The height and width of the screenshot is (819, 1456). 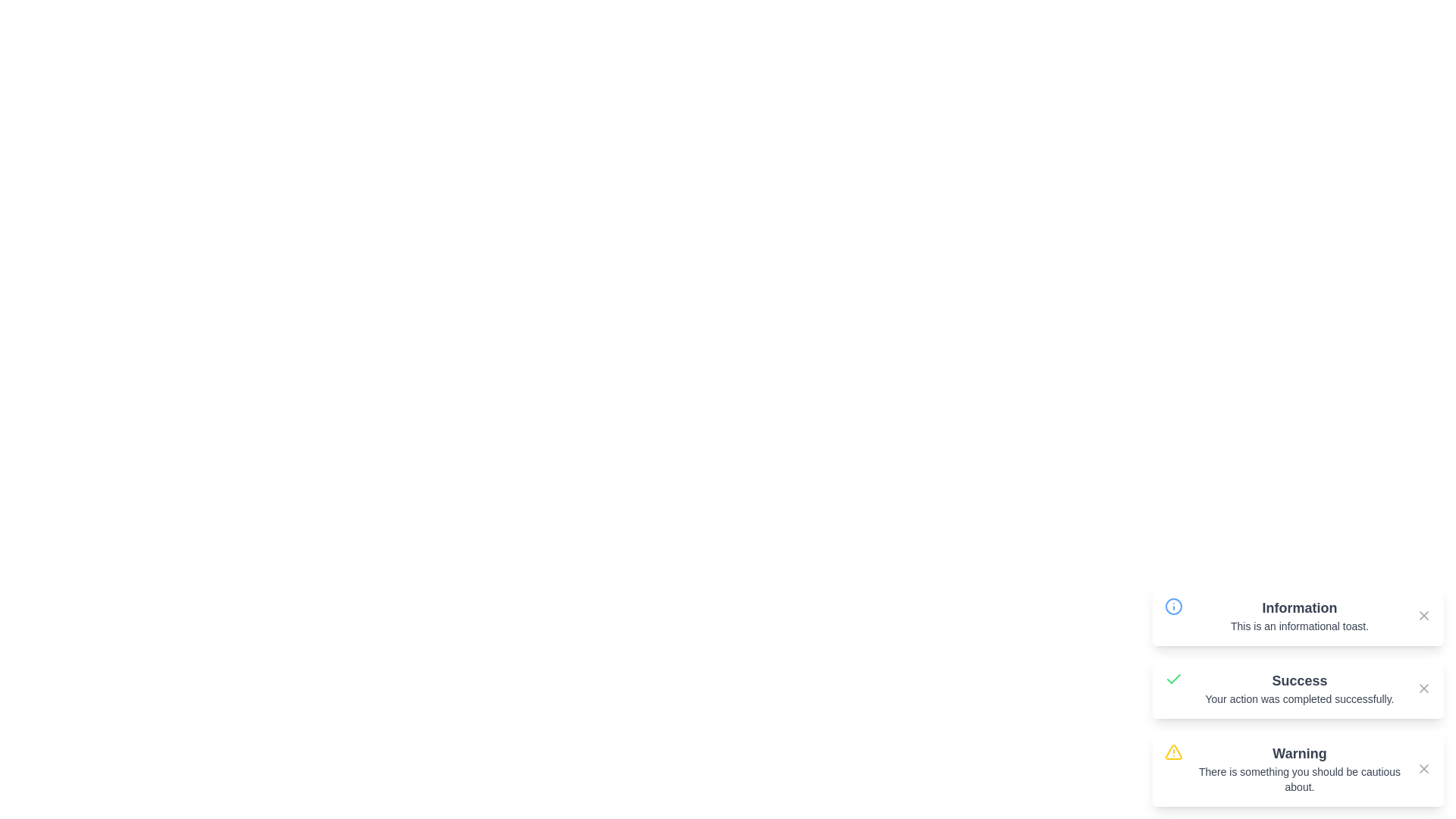 What do you see at coordinates (1298, 688) in the screenshot?
I see `notification message displayed in a card with a green border, containing the text 'Success.' and 'Your action was completed successfully.'` at bounding box center [1298, 688].